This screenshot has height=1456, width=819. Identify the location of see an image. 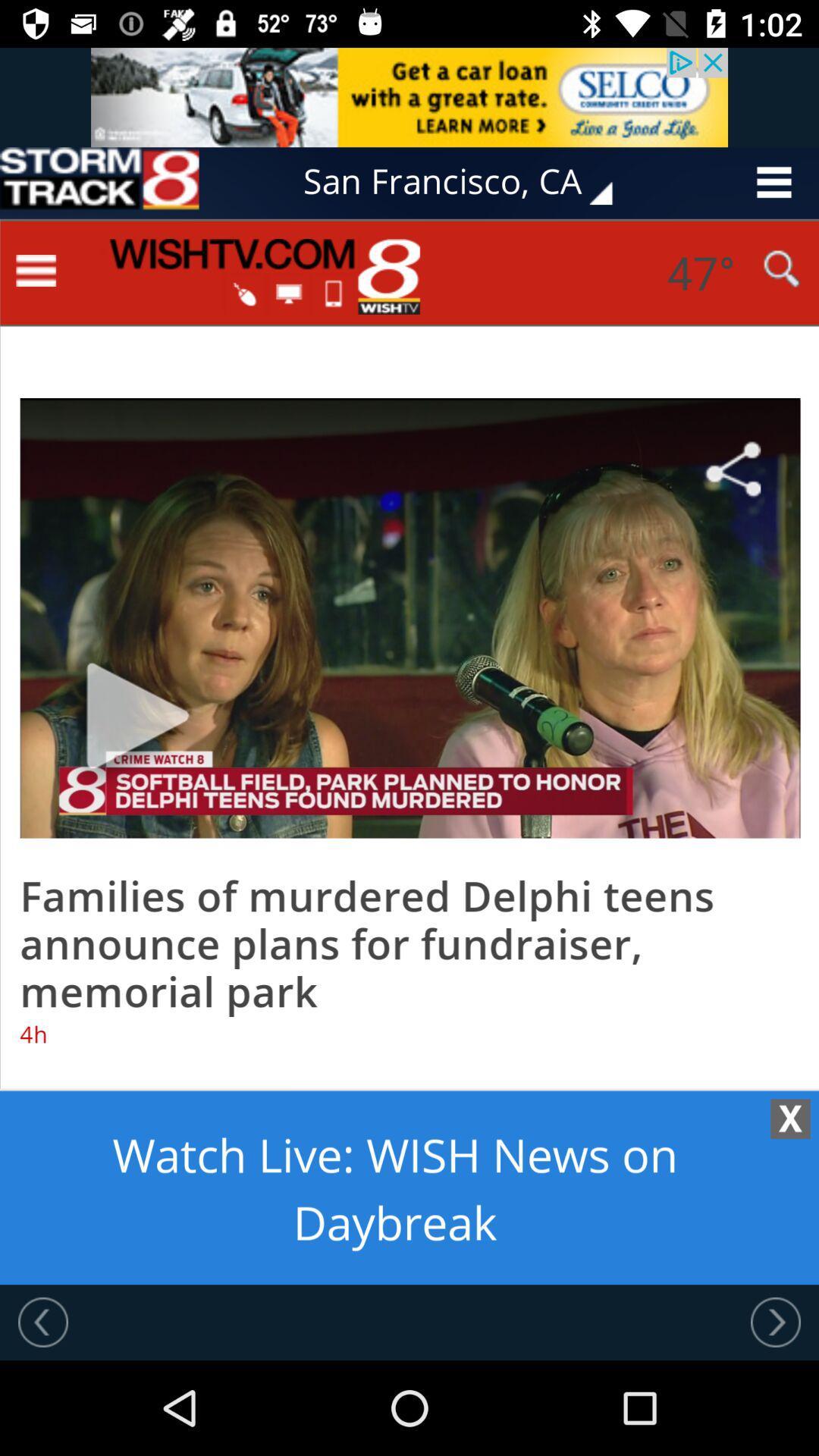
(409, 96).